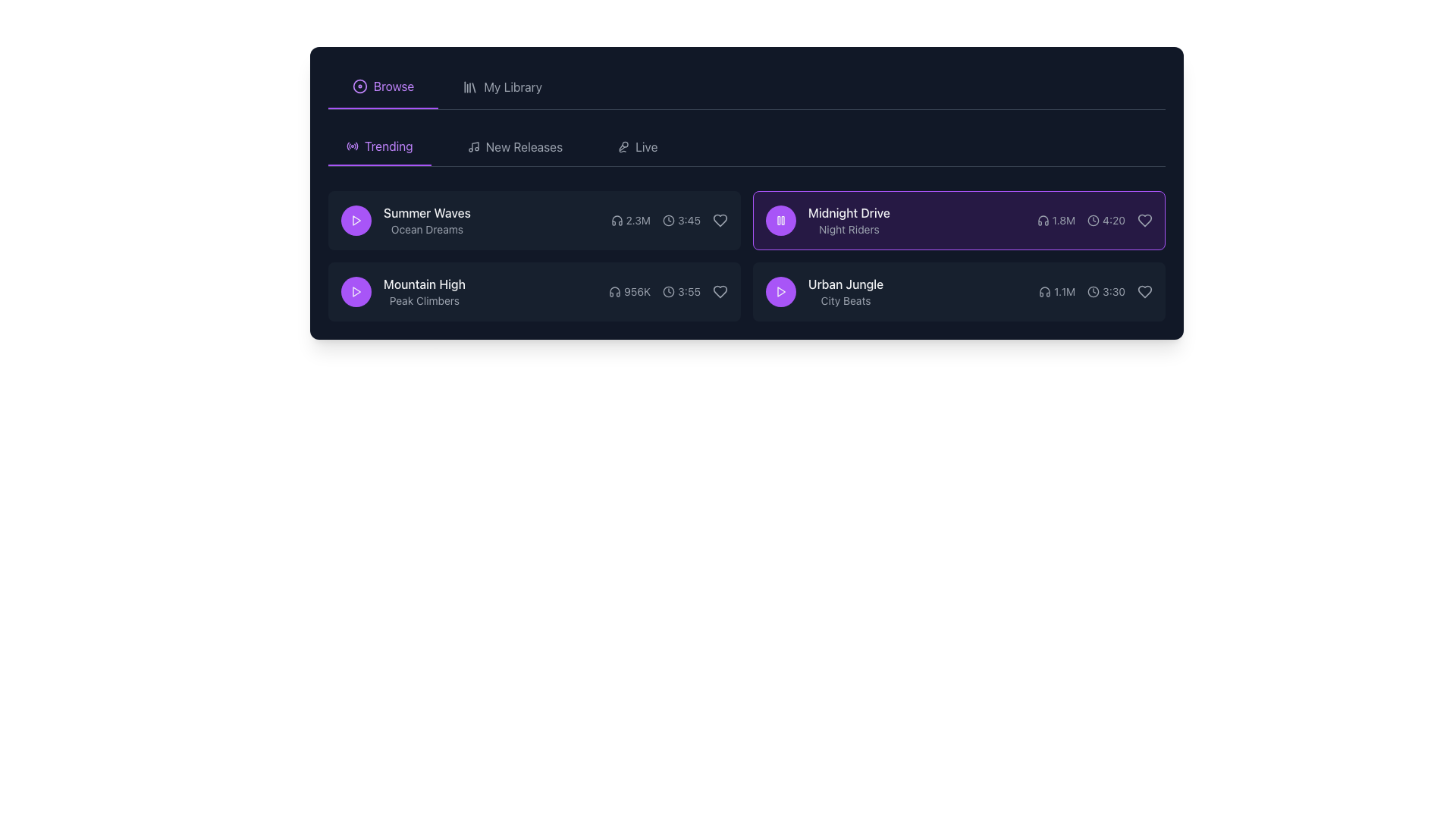 Image resolution: width=1456 pixels, height=819 pixels. Describe the element at coordinates (680, 220) in the screenshot. I see `the text displaying the duration of the song 'Summer Waves', which is located towards the right end of its row, adjacent to the listener count ('2.3M') and slightly separated from the heart icon` at that location.